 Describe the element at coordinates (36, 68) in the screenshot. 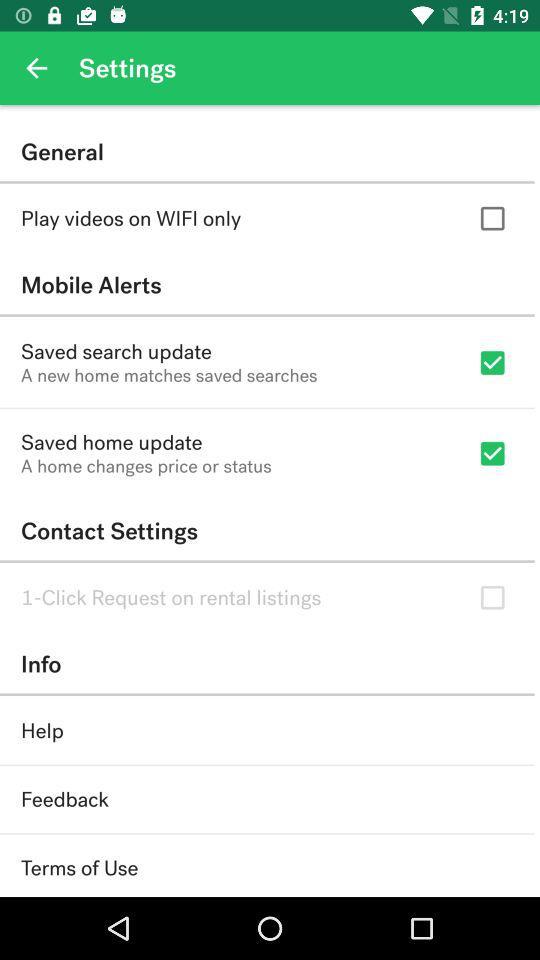

I see `the item above the general item` at that location.